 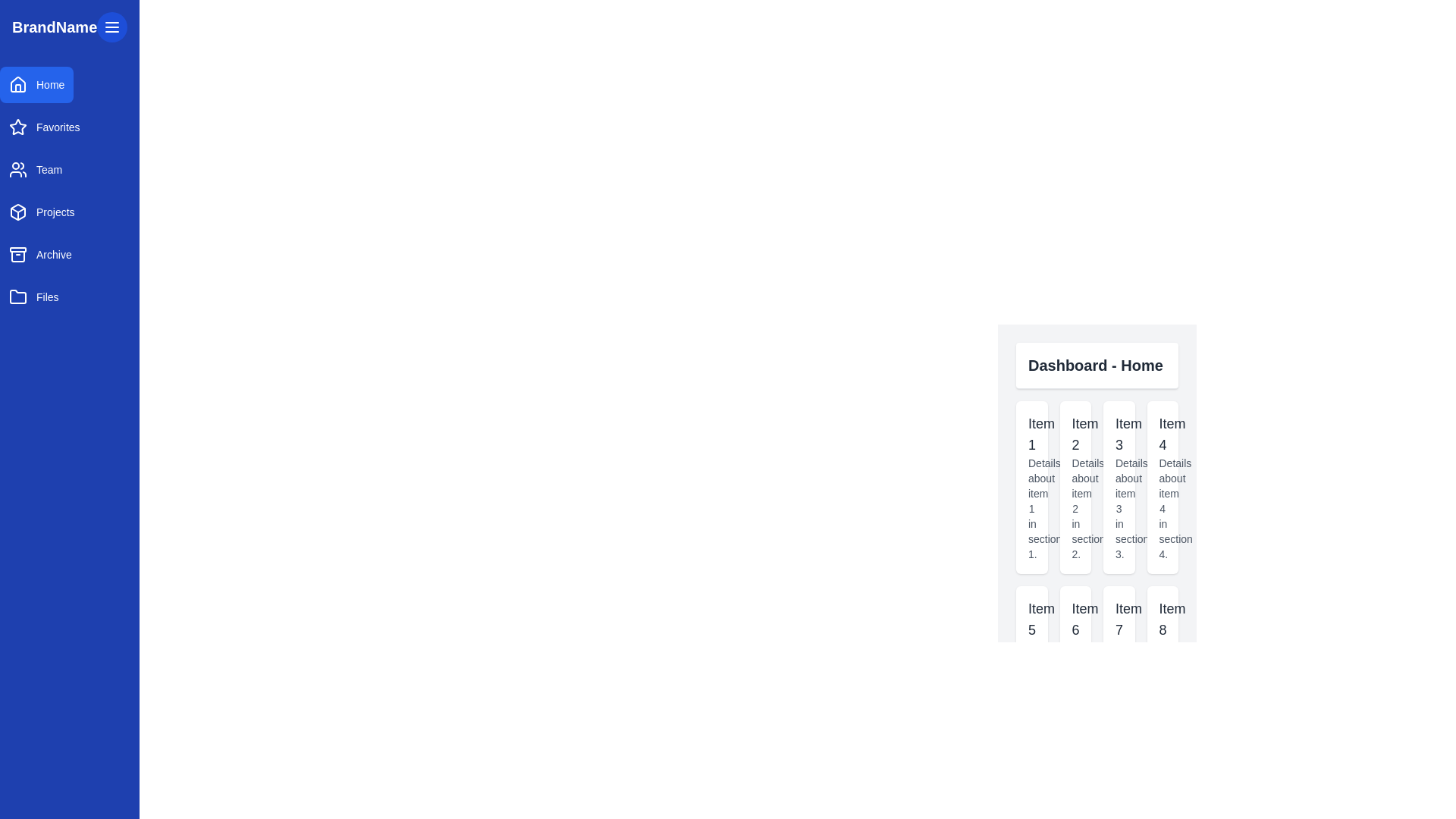 I want to click on the 'Home' icon in the navigation sidebar, so click(x=18, y=84).